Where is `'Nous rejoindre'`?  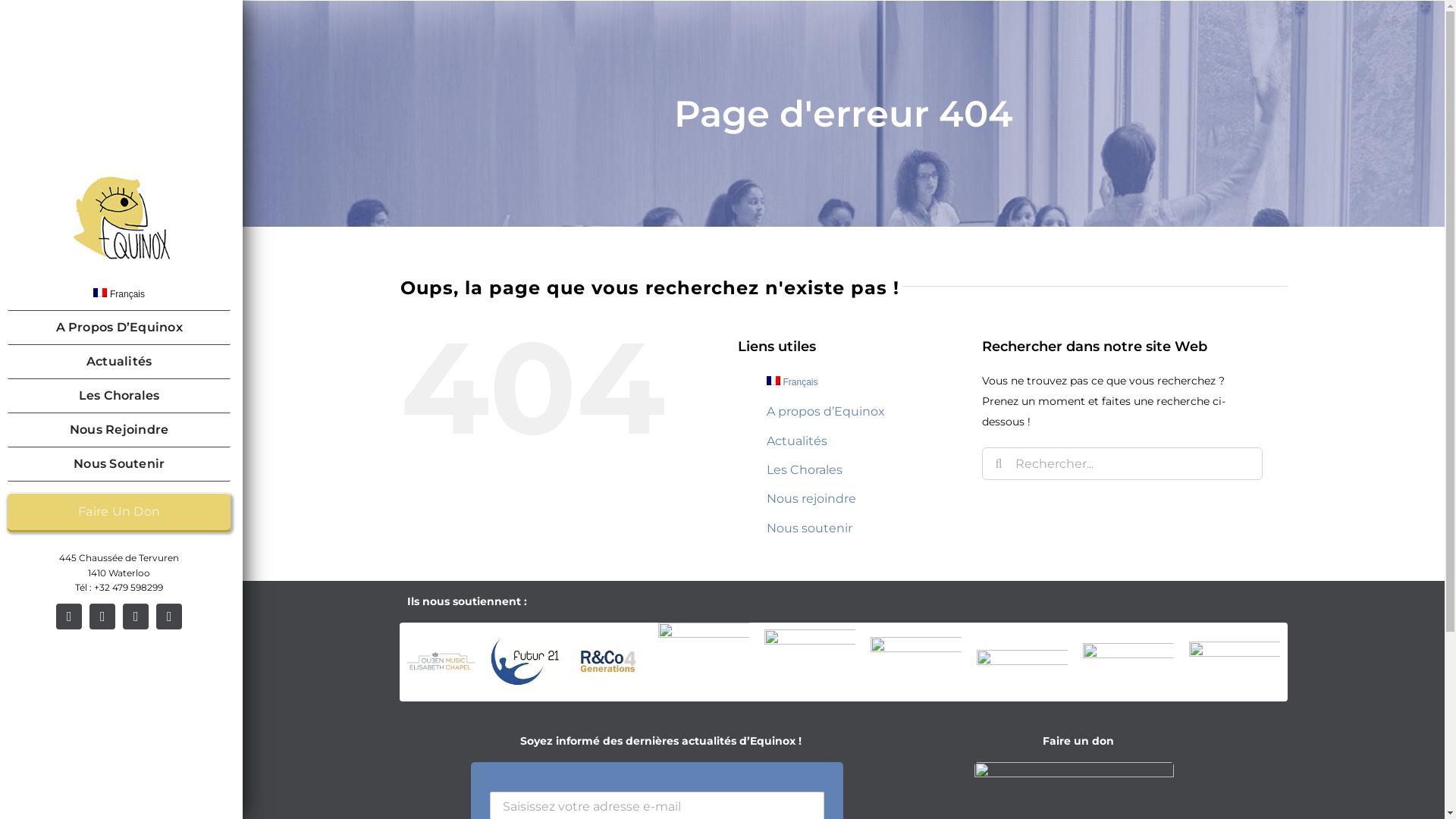 'Nous rejoindre' is located at coordinates (811, 498).